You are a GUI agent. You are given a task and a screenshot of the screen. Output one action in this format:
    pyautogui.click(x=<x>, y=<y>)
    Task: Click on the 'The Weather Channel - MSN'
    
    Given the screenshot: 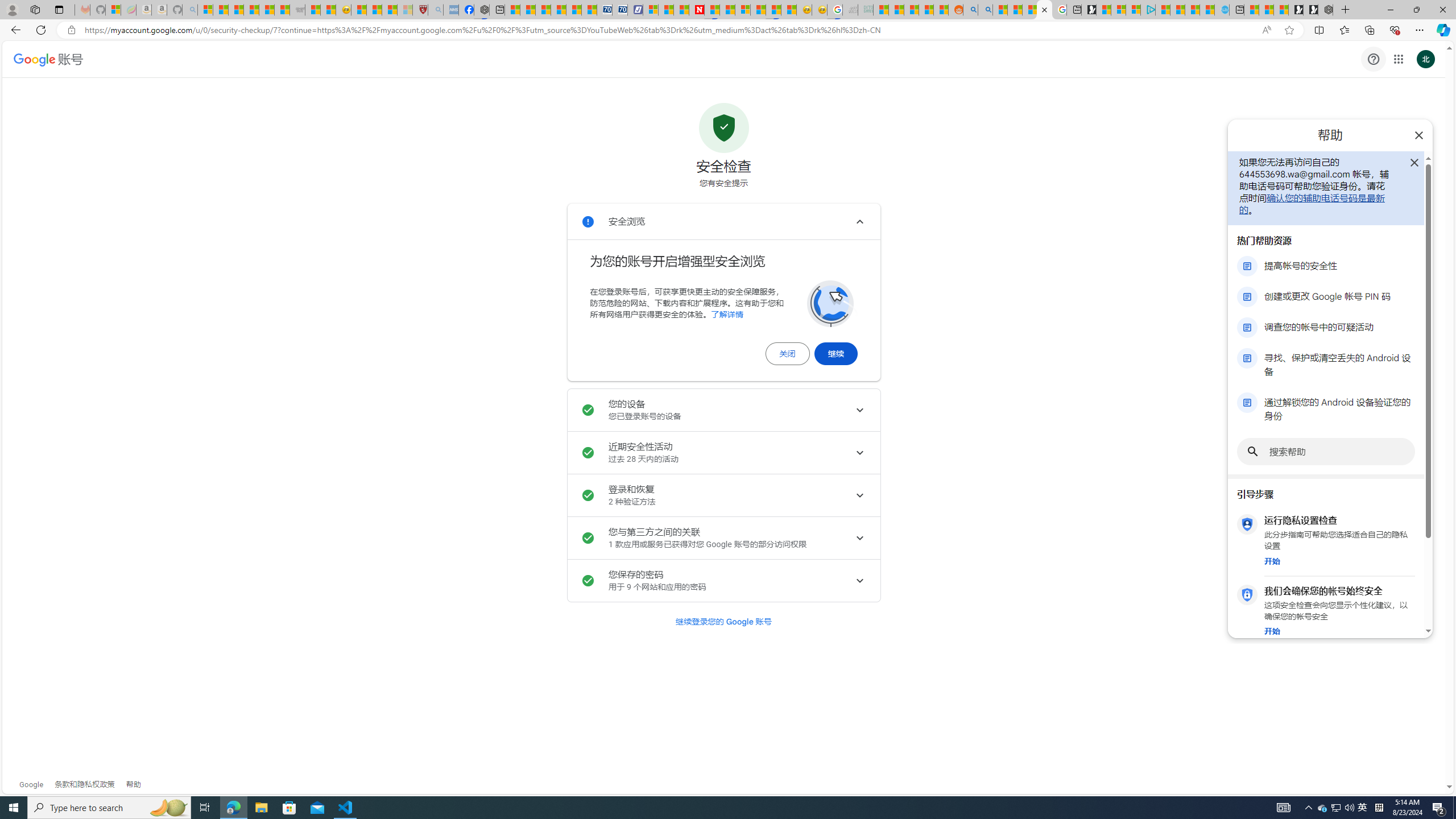 What is the action you would take?
    pyautogui.click(x=236, y=9)
    